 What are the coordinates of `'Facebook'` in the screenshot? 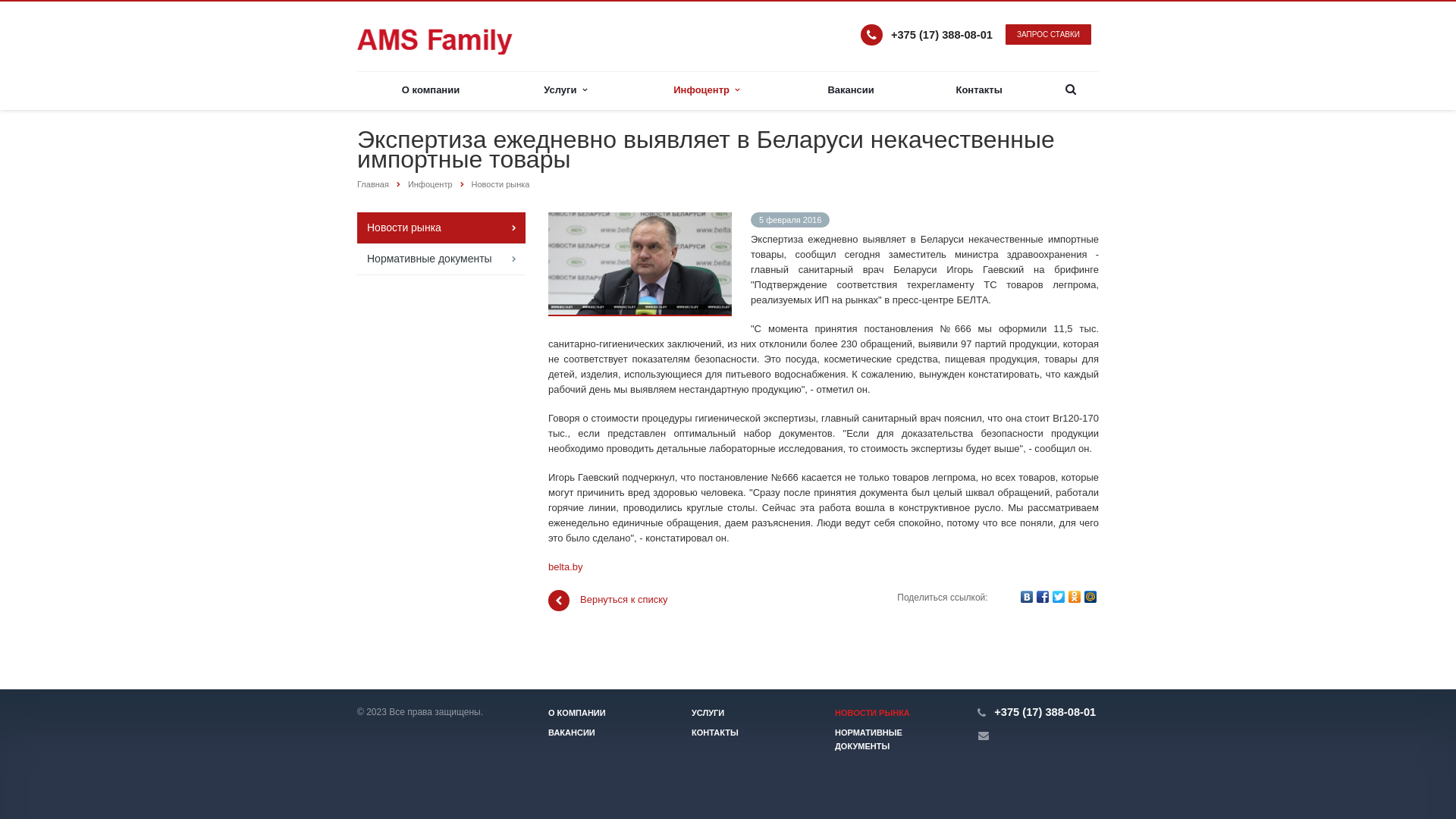 It's located at (1041, 595).